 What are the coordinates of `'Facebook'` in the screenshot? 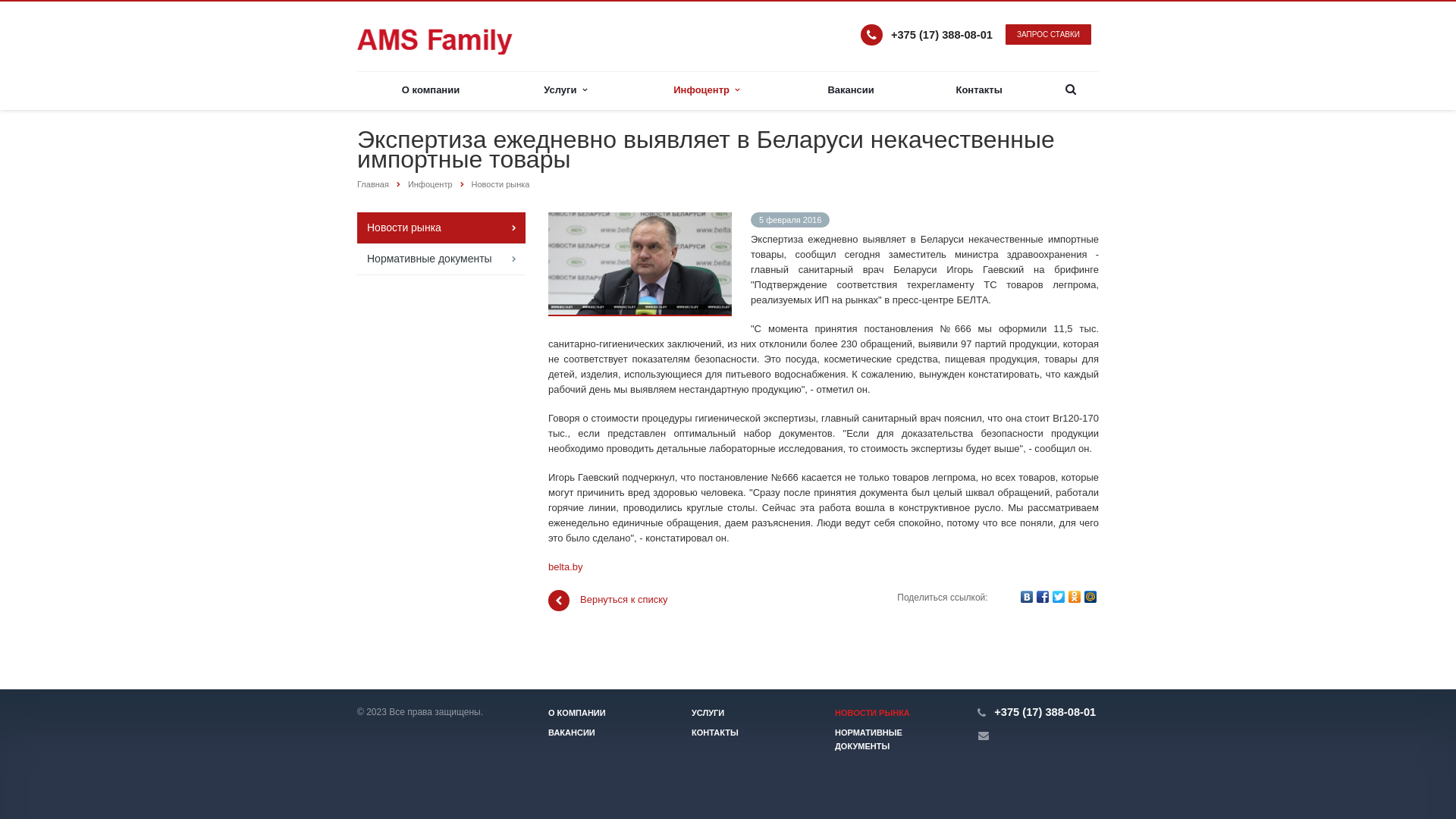 It's located at (1041, 595).